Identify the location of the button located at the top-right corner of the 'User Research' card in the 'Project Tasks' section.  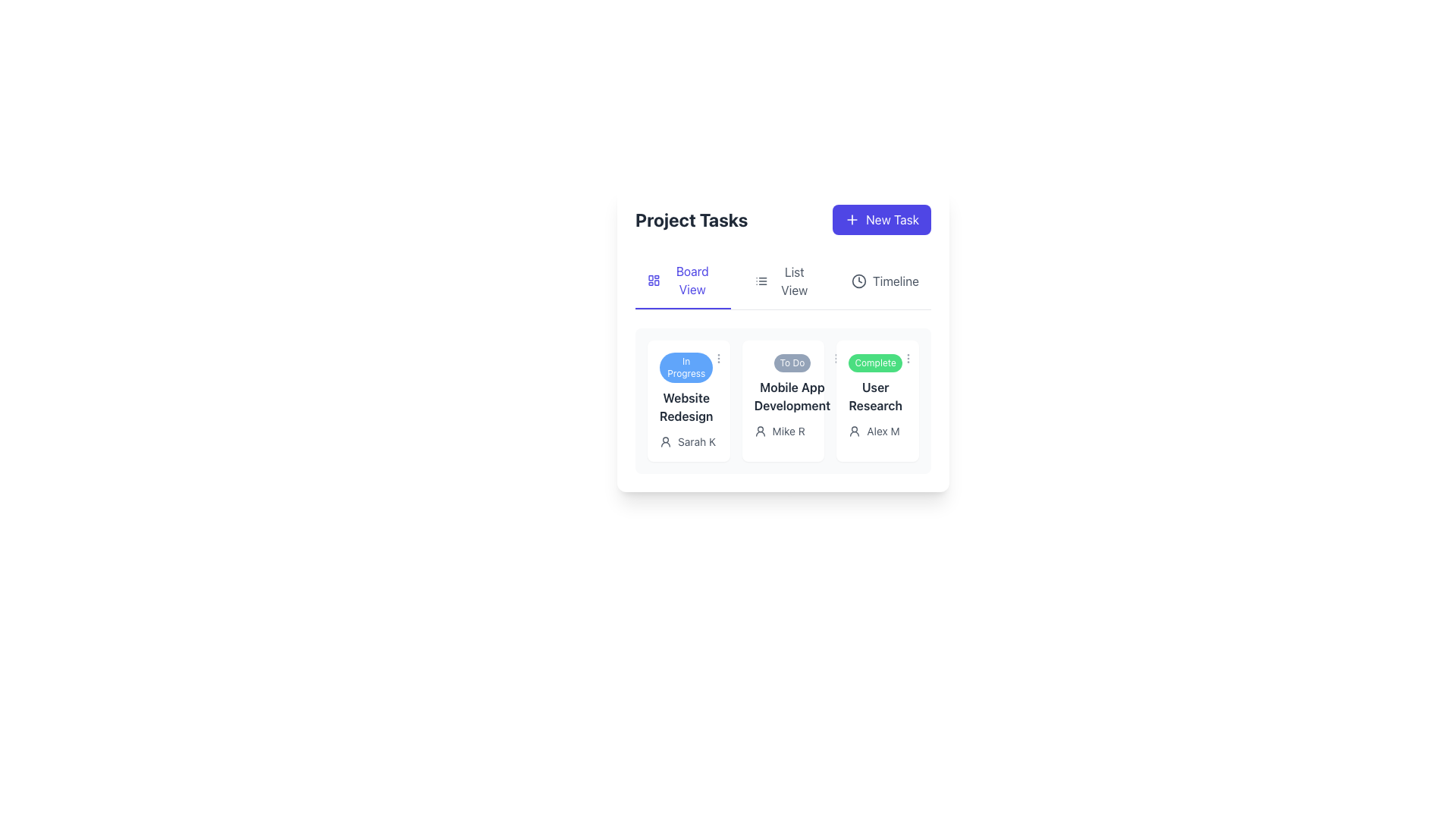
(908, 359).